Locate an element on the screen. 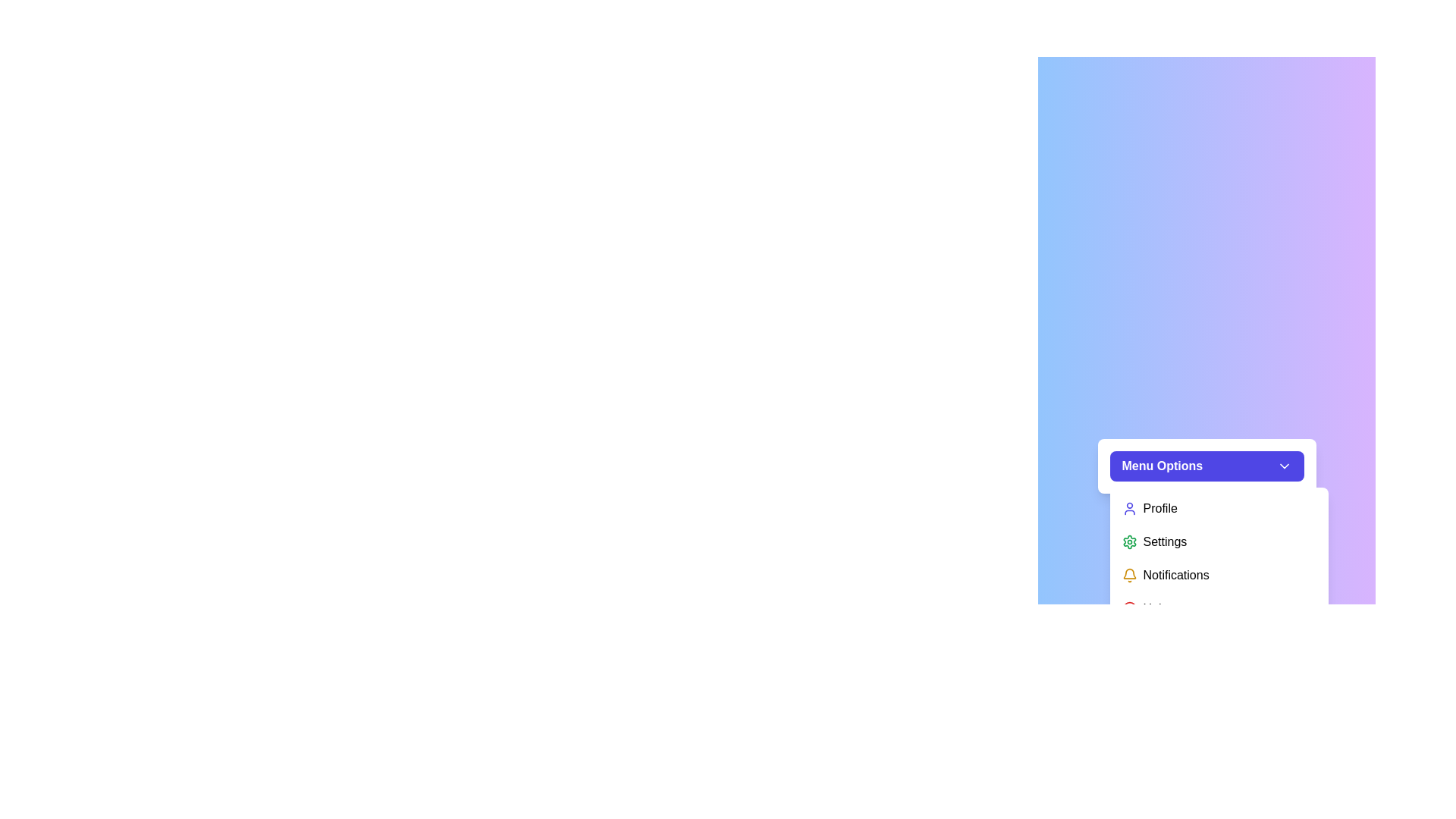 The image size is (1456, 819). the green cogwheel settings icon positioned to the left of the 'Settings' text label in the dropdown menu is located at coordinates (1129, 541).